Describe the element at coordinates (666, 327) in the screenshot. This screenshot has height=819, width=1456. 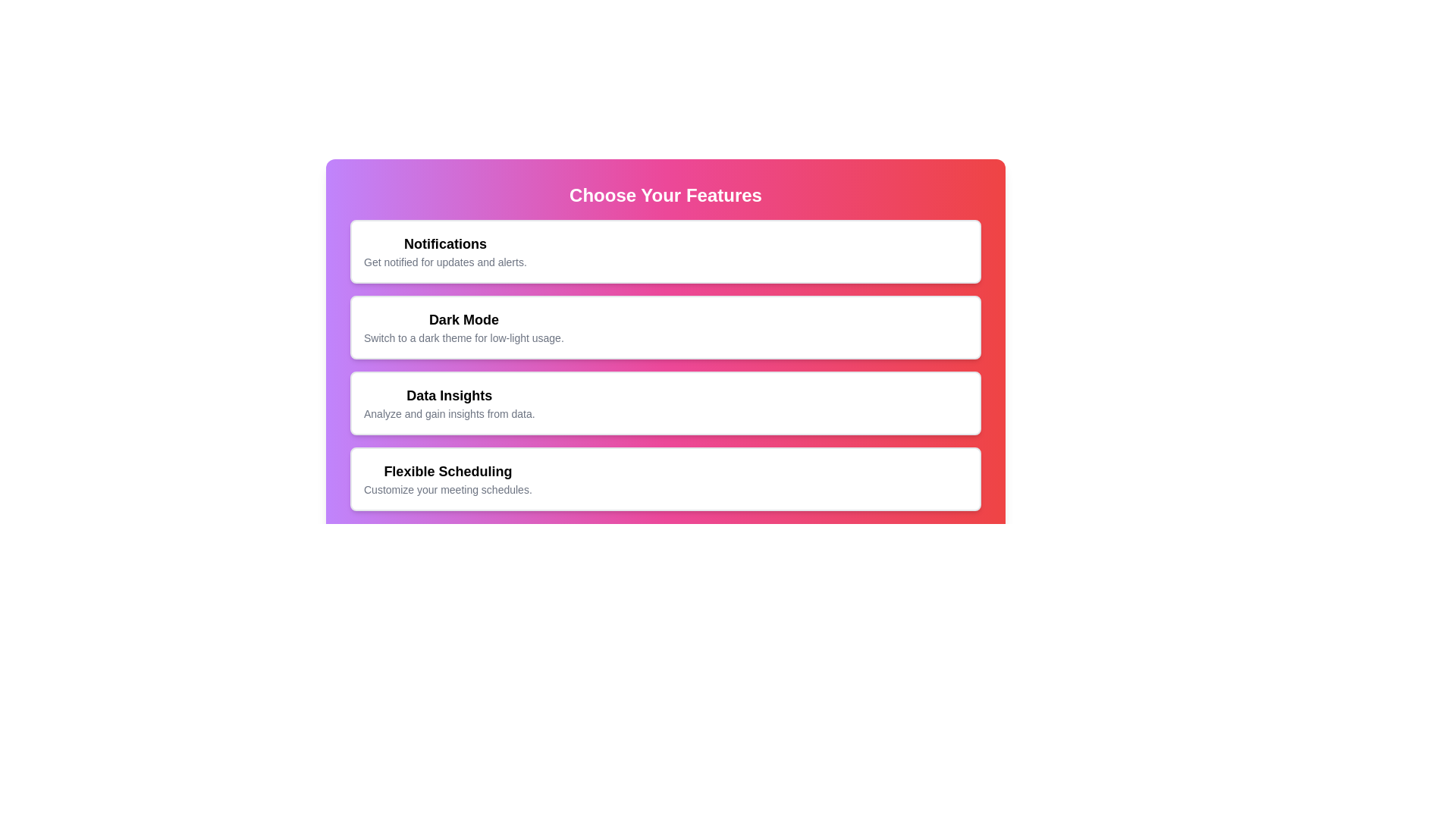
I see `the card titled 'Dark Mode' which is the second item in a stack of four cards` at that location.